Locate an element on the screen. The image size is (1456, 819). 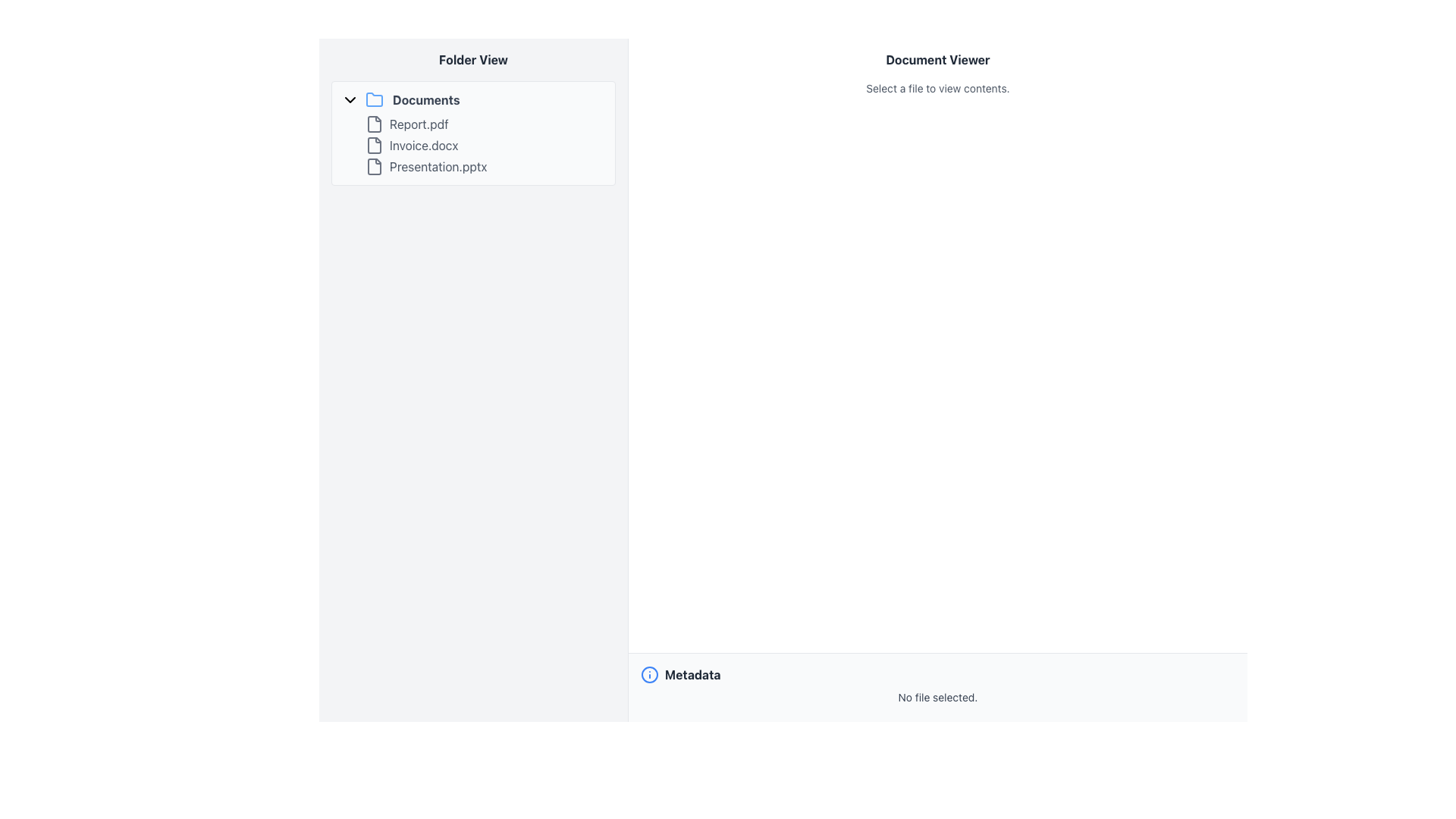
the folder icon with a blue outline representing the 'Documents' folder in the 'Folder View' UI grouping is located at coordinates (375, 99).